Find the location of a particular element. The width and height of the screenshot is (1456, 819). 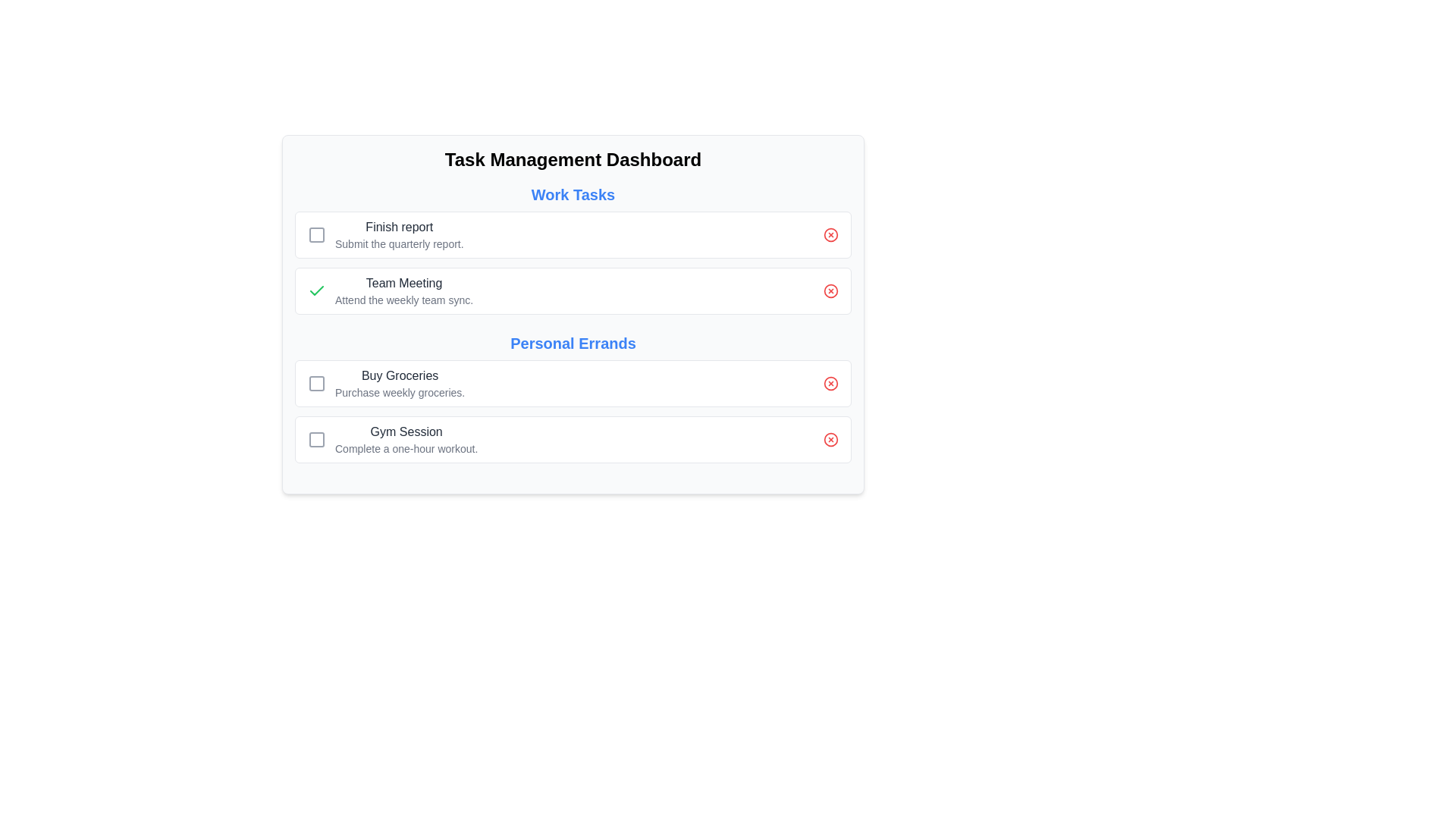

the delete icon located on the far-right side of the 'Buy Groceries' task in the 'Personal Errands' section to invoke the delete action is located at coordinates (830, 382).